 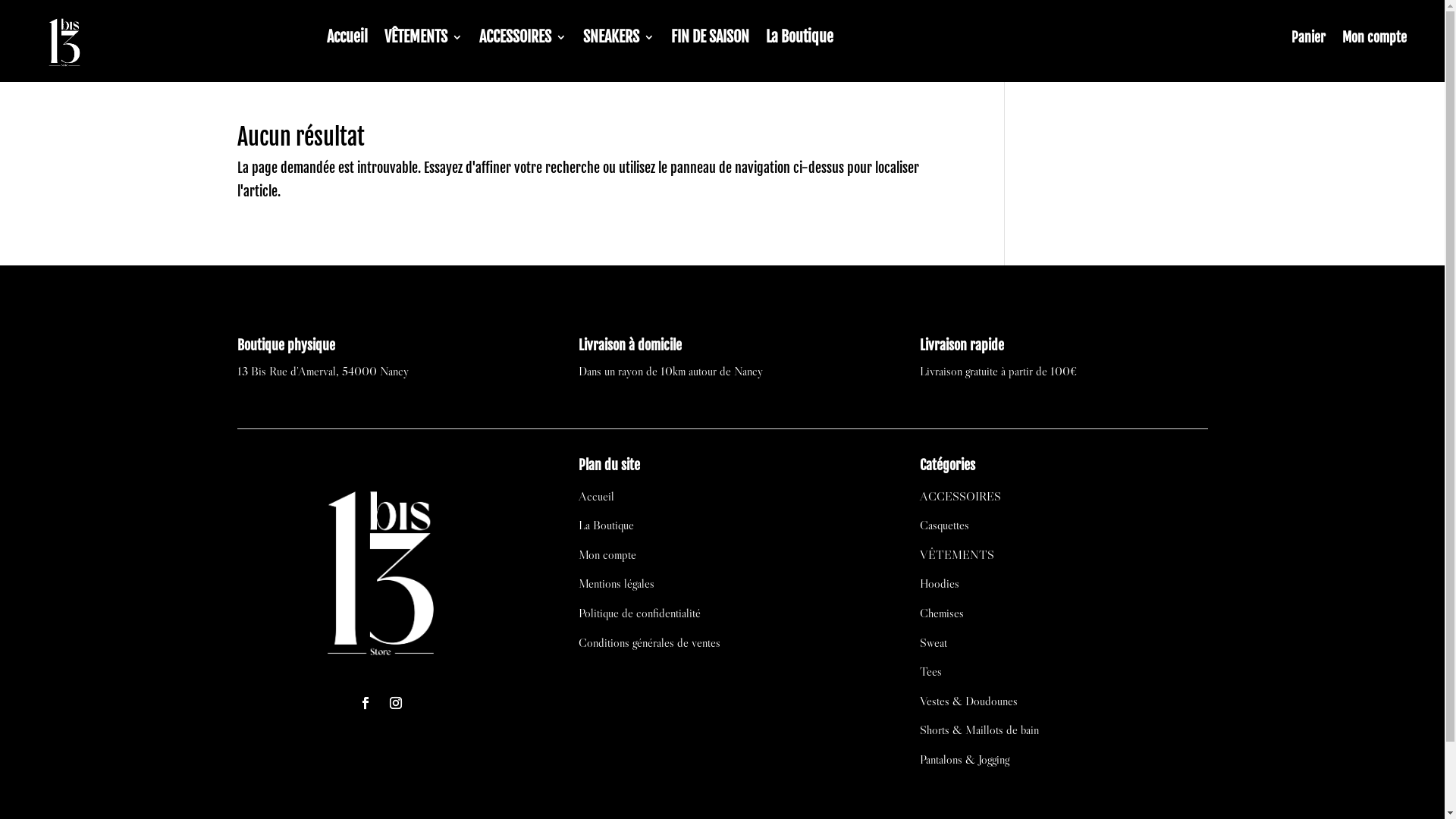 What do you see at coordinates (381, 568) in the screenshot?
I see `'13BIS-white'` at bounding box center [381, 568].